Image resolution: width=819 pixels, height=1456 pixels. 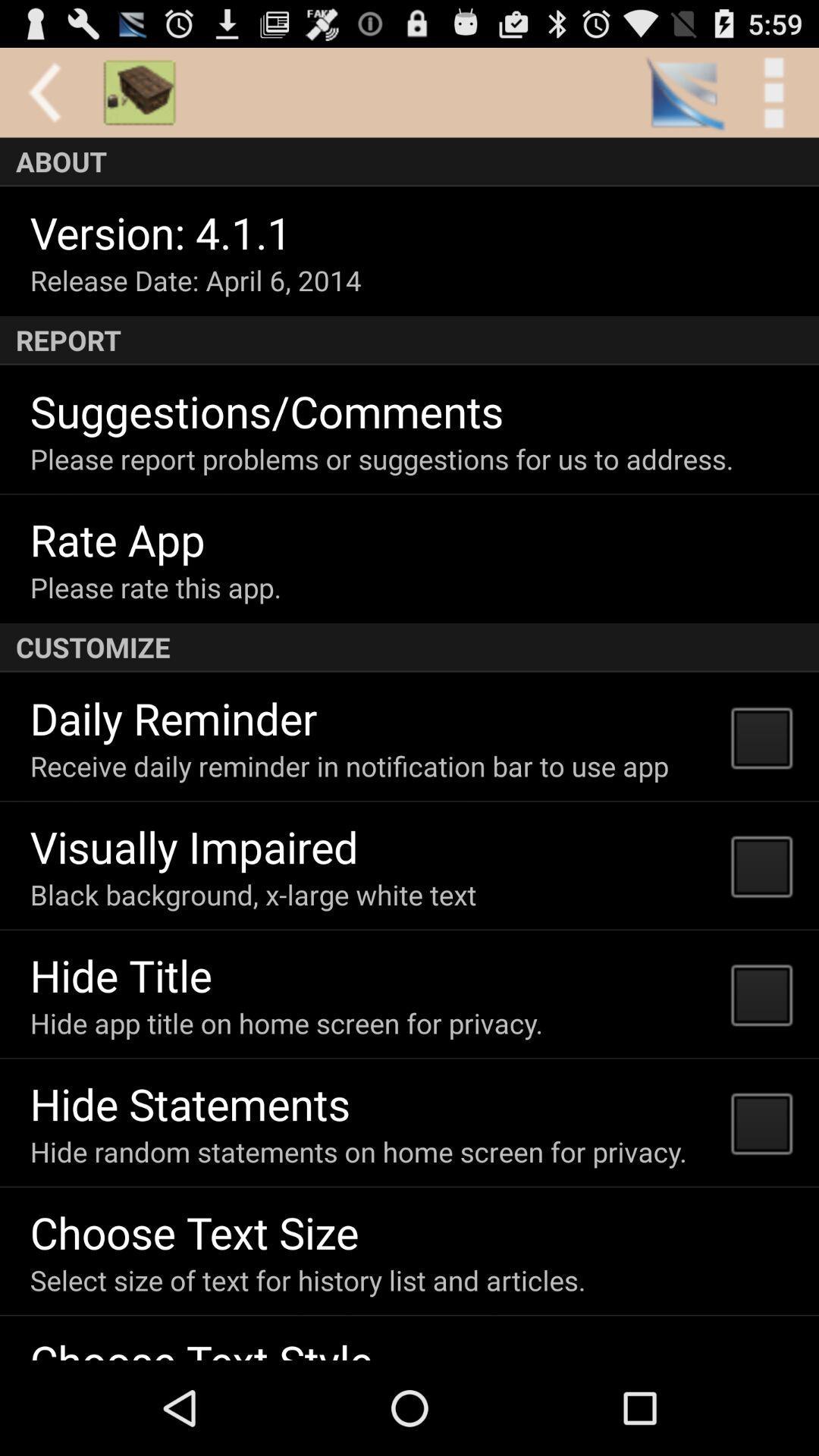 I want to click on the customize app, so click(x=409, y=648).